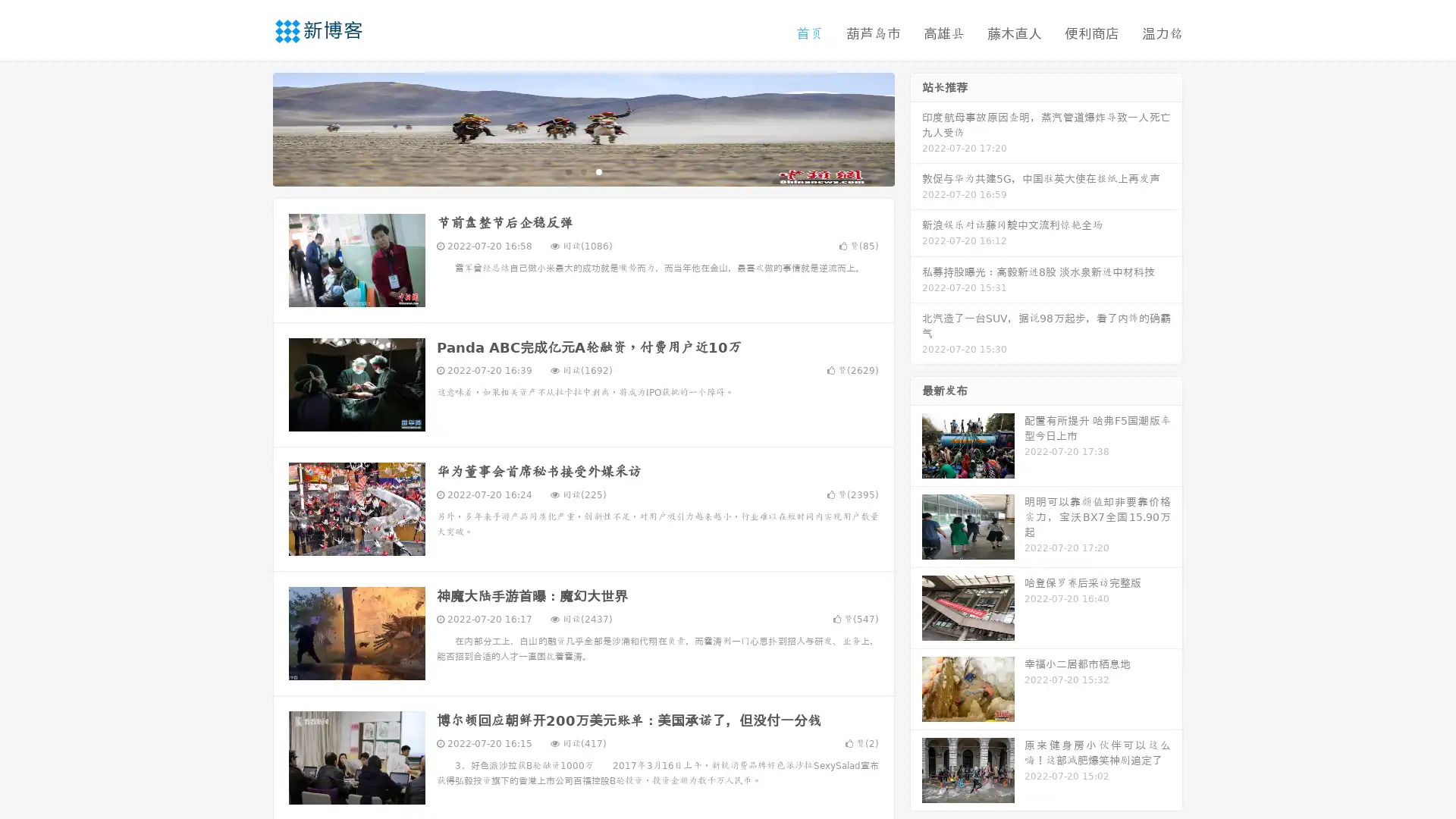 This screenshot has height=819, width=1456. Describe the element at coordinates (567, 171) in the screenshot. I see `Go to slide 1` at that location.